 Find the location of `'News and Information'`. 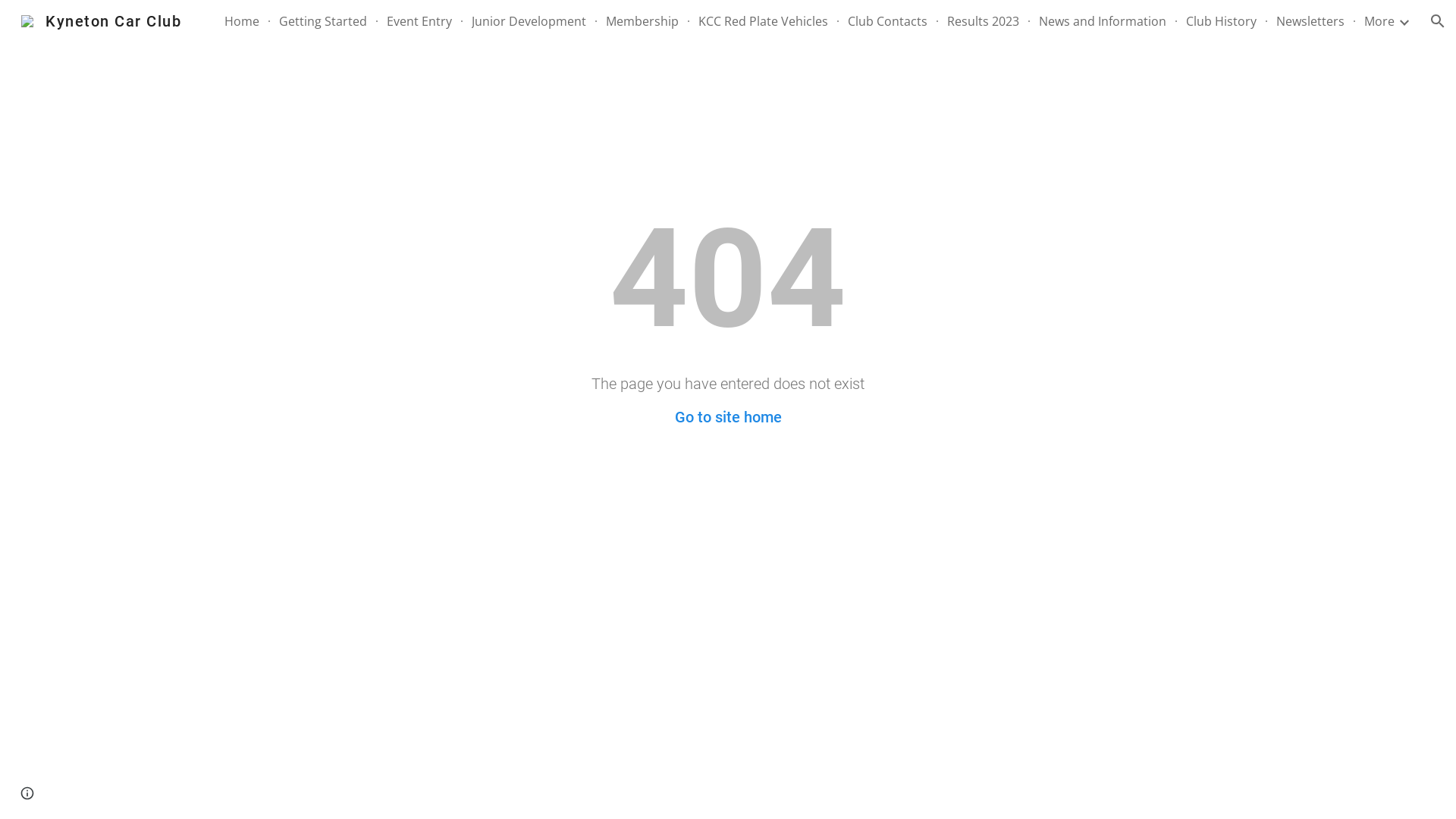

'News and Information' is located at coordinates (1103, 20).